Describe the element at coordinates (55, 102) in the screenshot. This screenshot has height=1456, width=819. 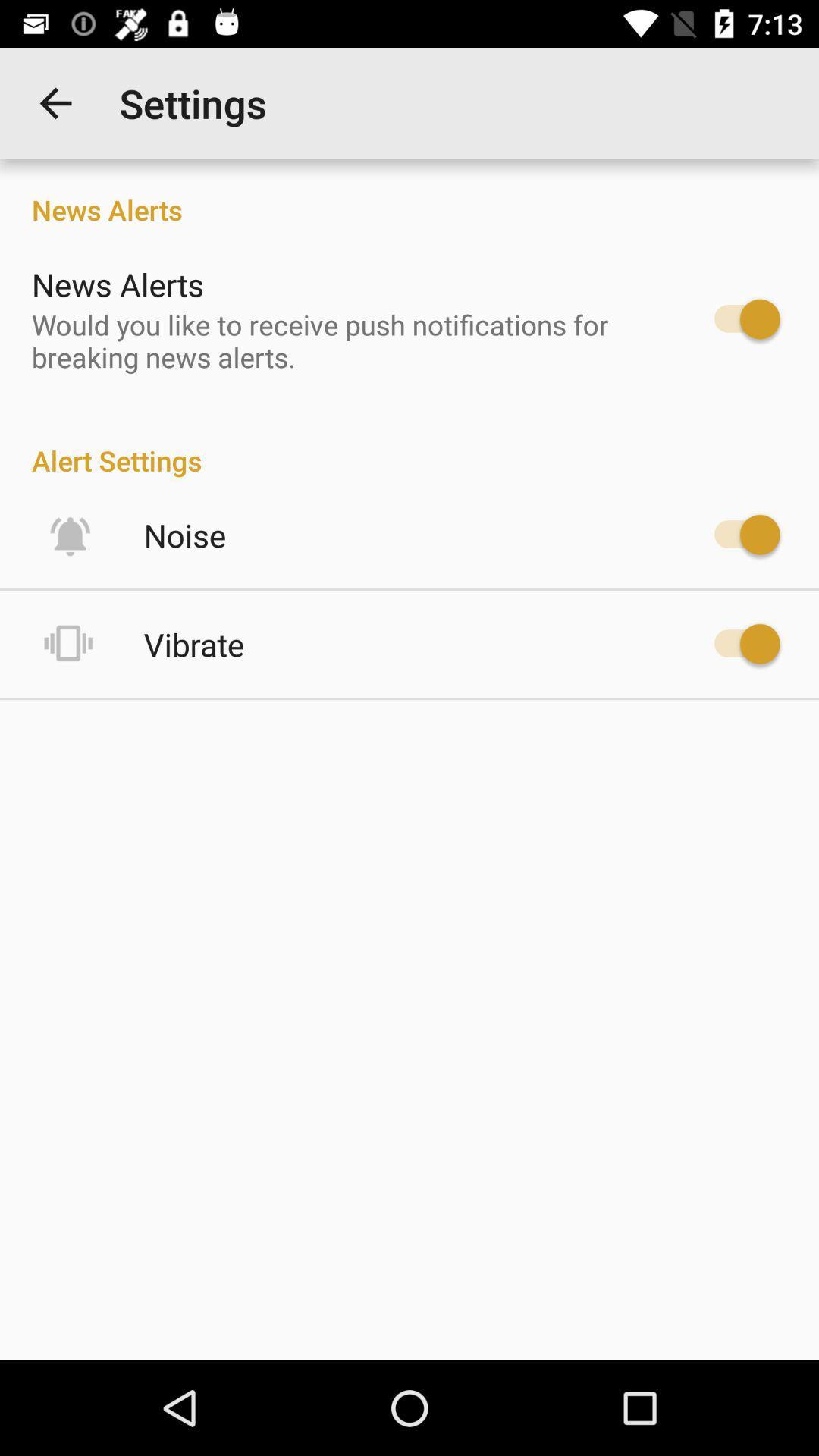
I see `item to the left of settings  app` at that location.